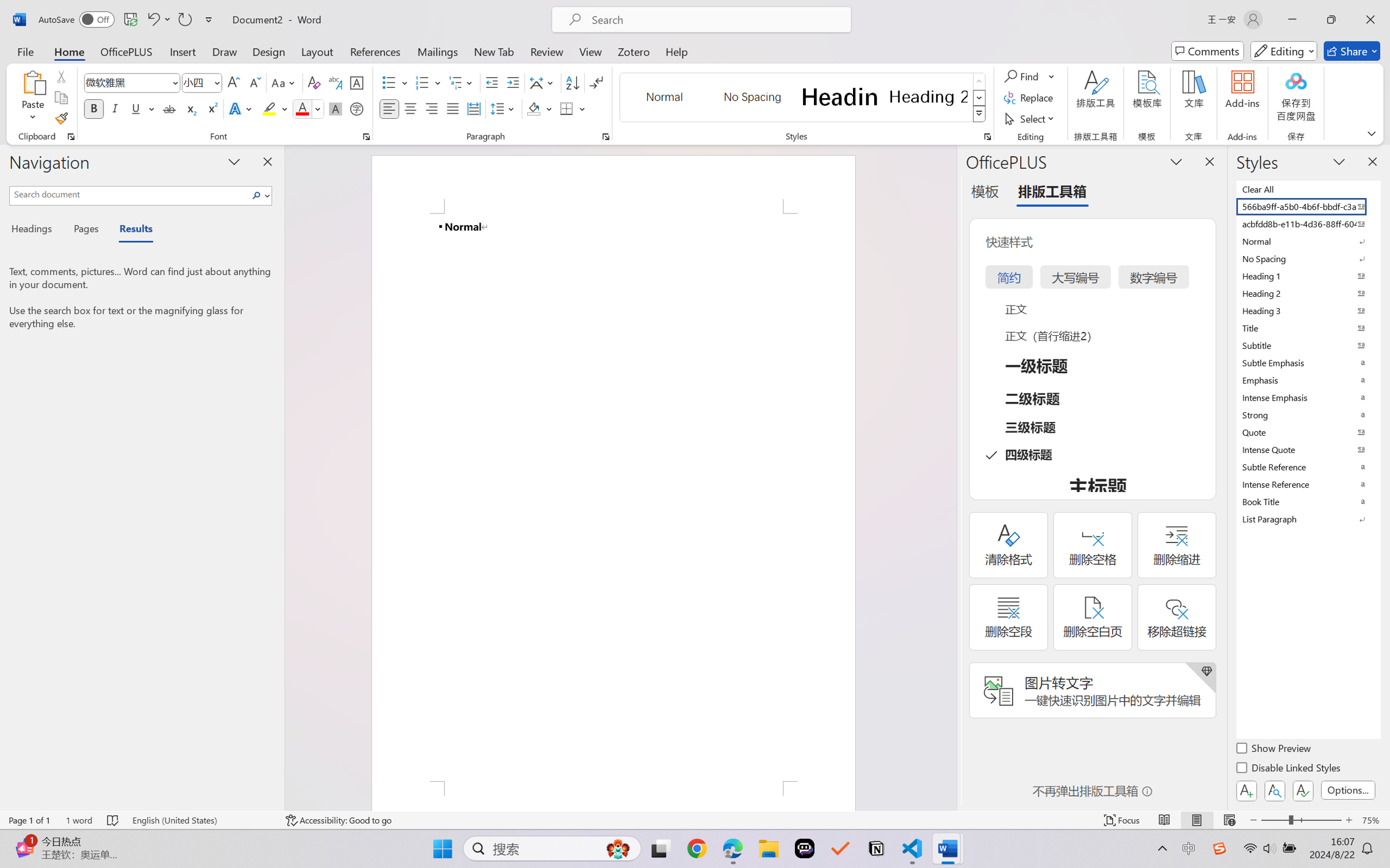 The image size is (1390, 868). I want to click on 'Line and Paragraph Spacing', so click(503, 108).